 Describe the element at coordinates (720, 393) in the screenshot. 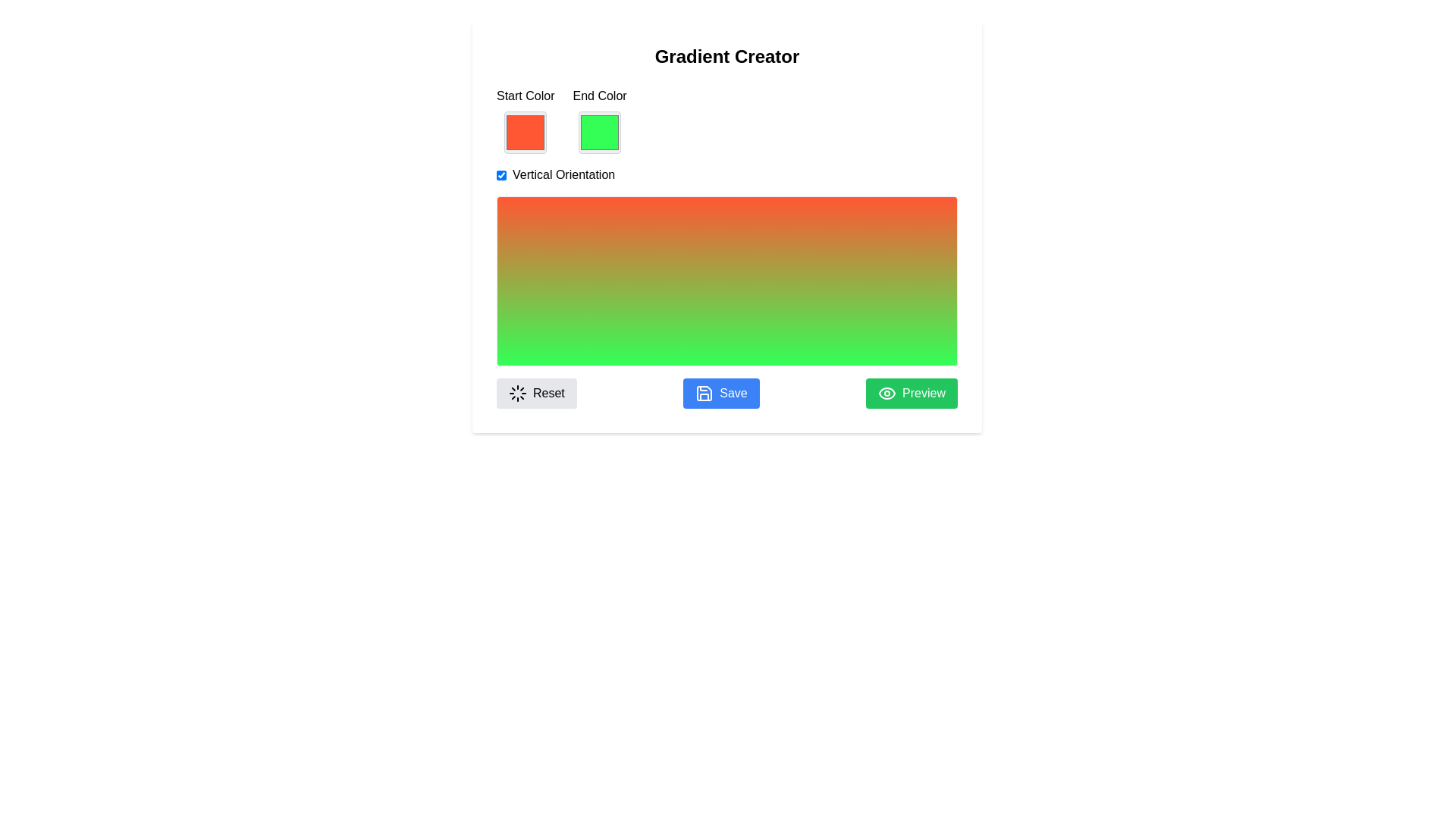

I see `the 'Save' button located between the 'Reset' and 'Preview' buttons in the 'Gradient Creator' application` at that location.